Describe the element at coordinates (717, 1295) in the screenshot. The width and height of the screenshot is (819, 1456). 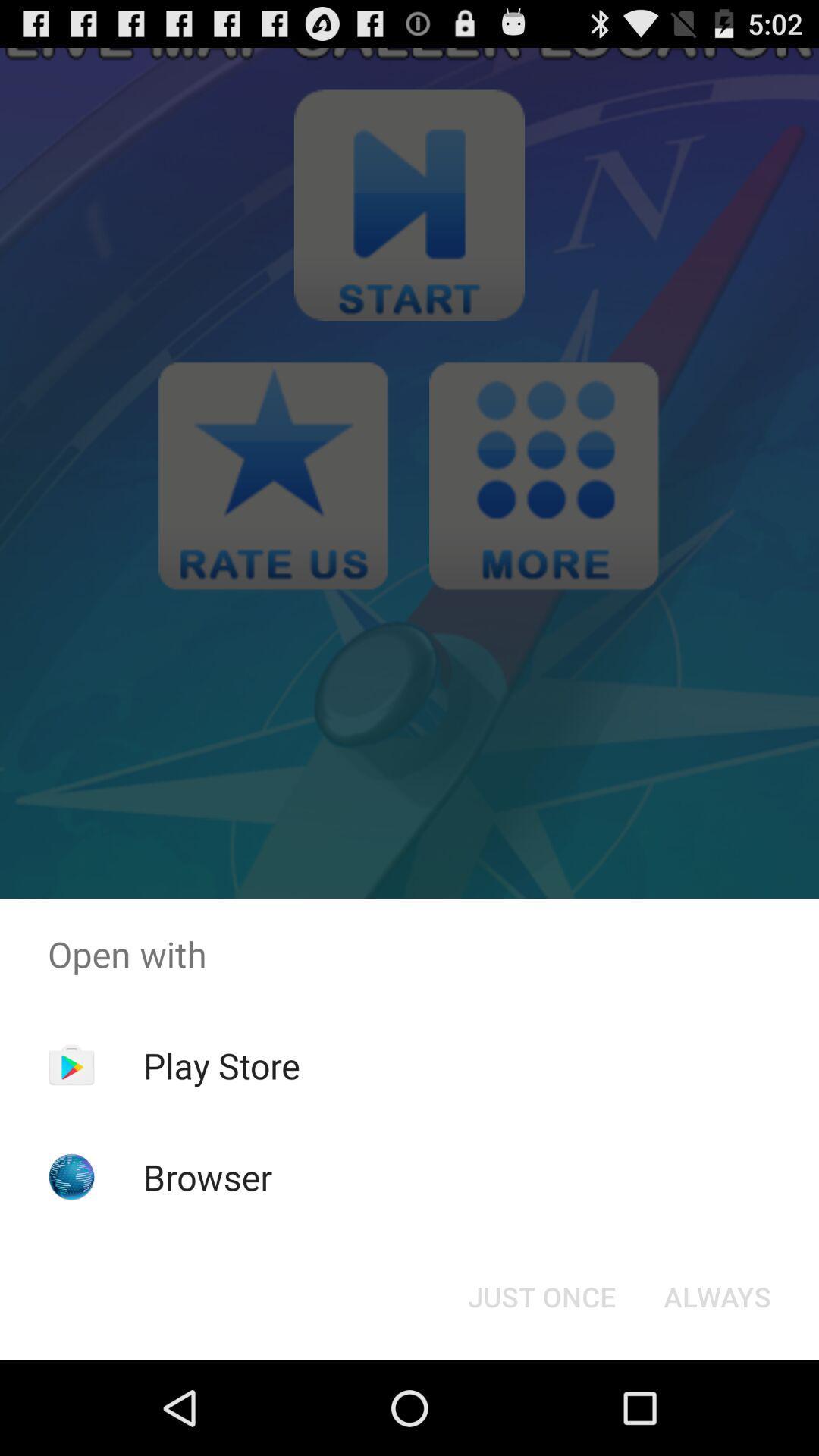
I see `item to the right of just once item` at that location.